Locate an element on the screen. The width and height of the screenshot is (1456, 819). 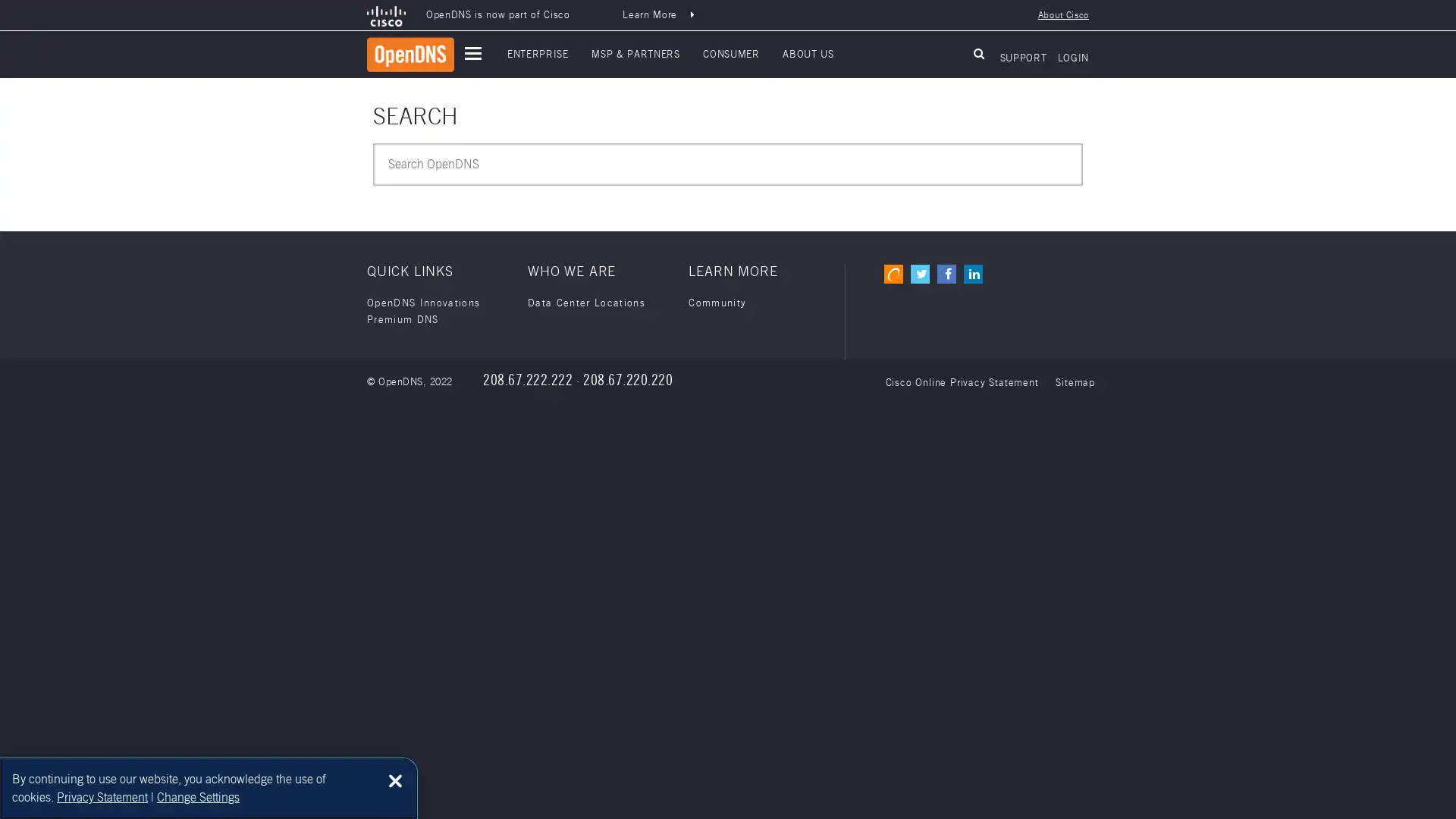
Close is located at coordinates (395, 780).